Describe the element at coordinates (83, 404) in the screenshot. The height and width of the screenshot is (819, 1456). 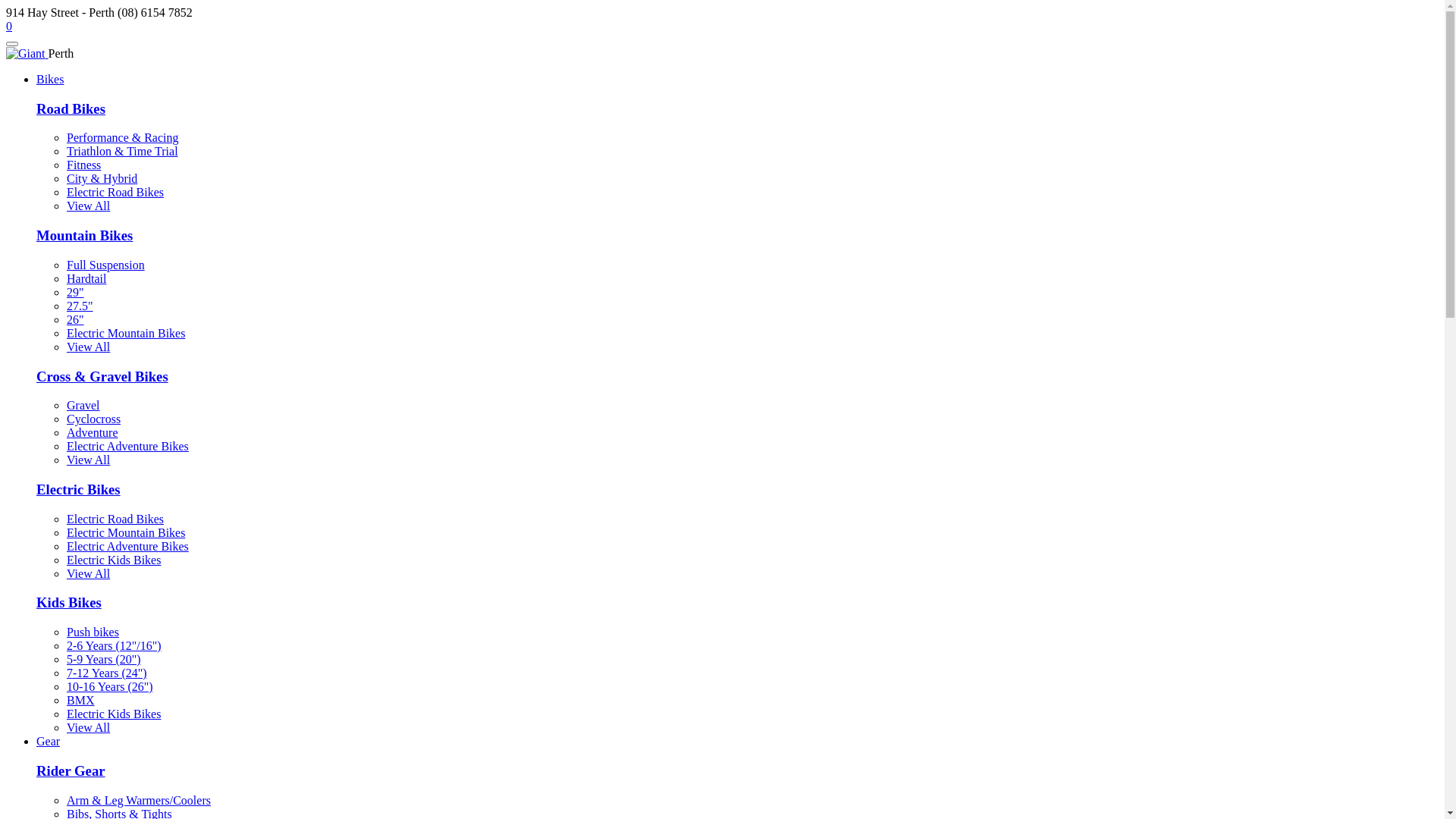
I see `'Gravel'` at that location.